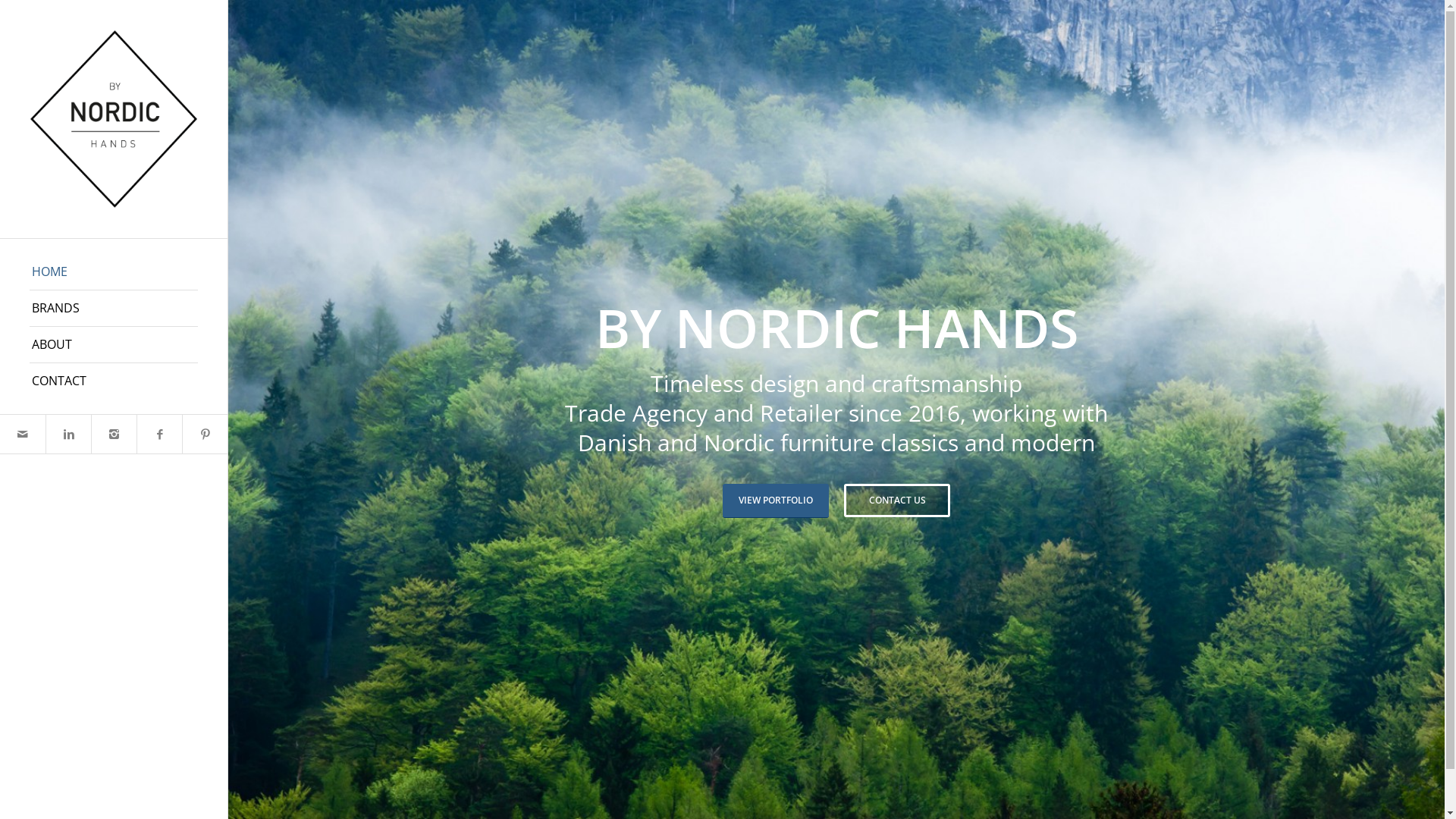 The height and width of the screenshot is (819, 1456). I want to click on 'HOME', so click(29, 271).